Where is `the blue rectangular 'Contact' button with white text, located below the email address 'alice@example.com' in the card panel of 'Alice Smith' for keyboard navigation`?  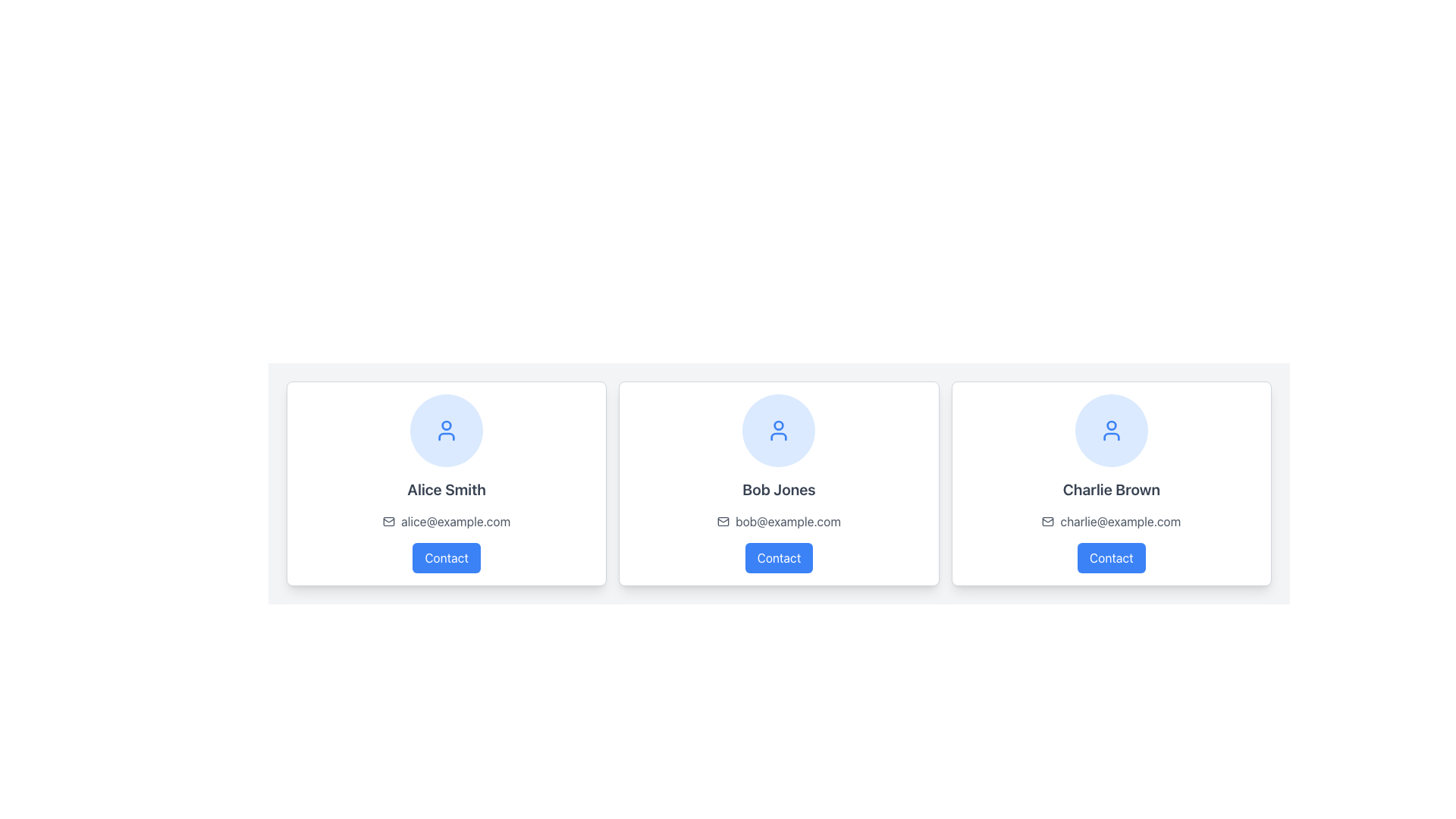 the blue rectangular 'Contact' button with white text, located below the email address 'alice@example.com' in the card panel of 'Alice Smith' for keyboard navigation is located at coordinates (446, 558).